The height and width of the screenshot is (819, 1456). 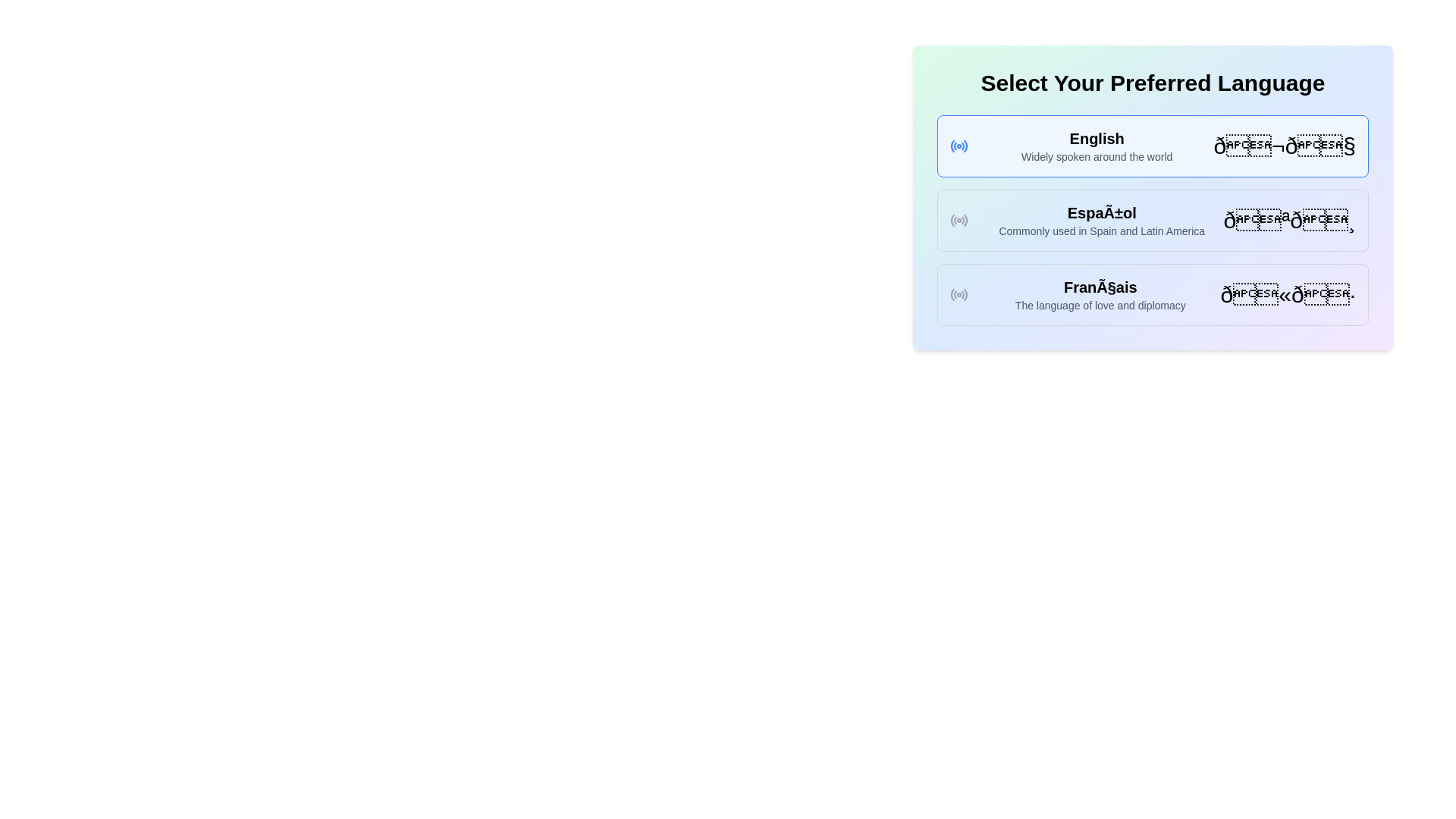 I want to click on the bolded flag emoji icon located in the 'Español' language option block on the rightmost side, so click(x=1288, y=220).